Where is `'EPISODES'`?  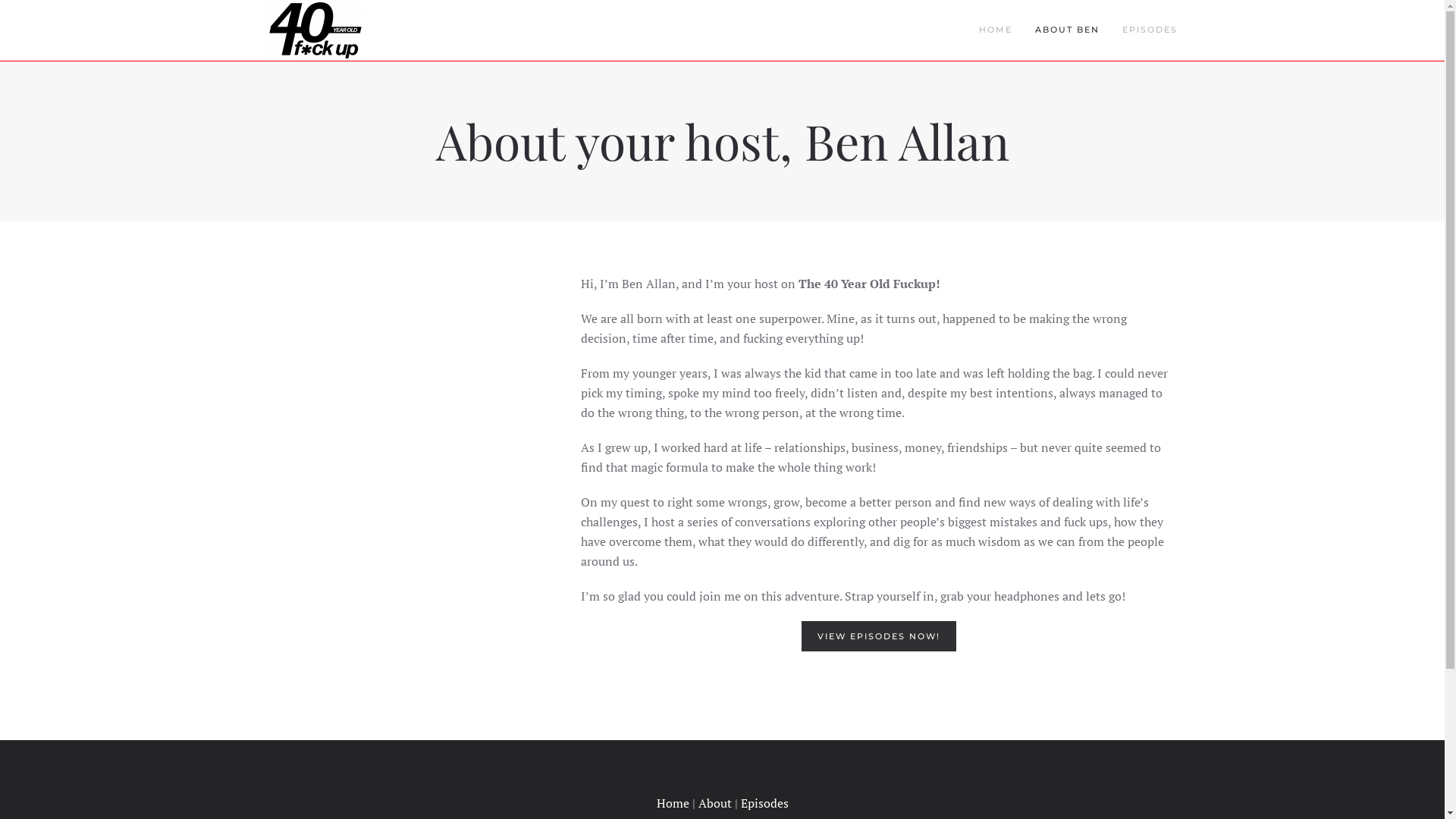 'EPISODES' is located at coordinates (1149, 30).